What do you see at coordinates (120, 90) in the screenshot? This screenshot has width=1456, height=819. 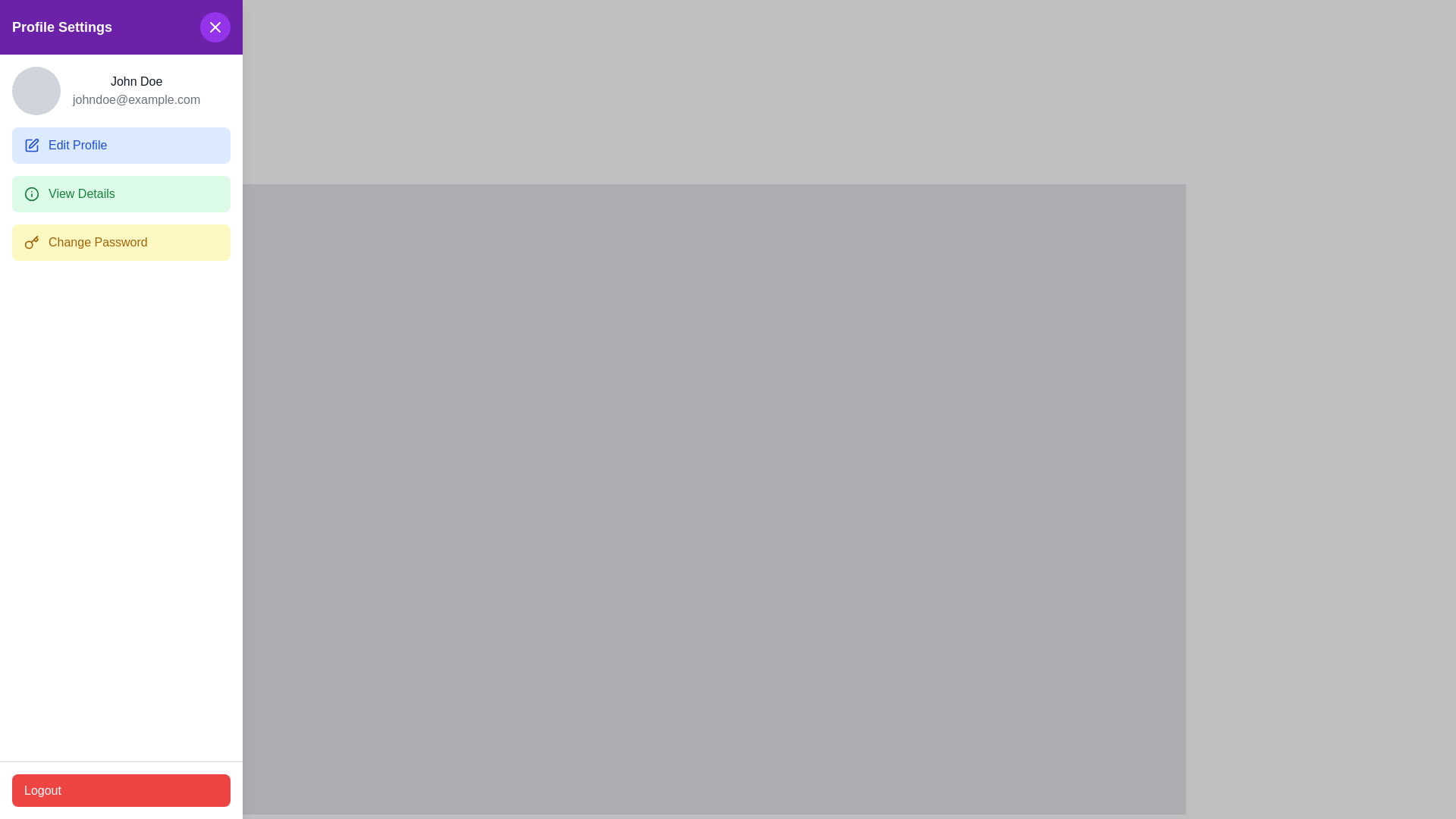 I see `user's name 'John Doe' and email 'johndoe@example.com' from the Profile display section located in the upper section of the sidebar labeled 'Profile Settings.'` at bounding box center [120, 90].